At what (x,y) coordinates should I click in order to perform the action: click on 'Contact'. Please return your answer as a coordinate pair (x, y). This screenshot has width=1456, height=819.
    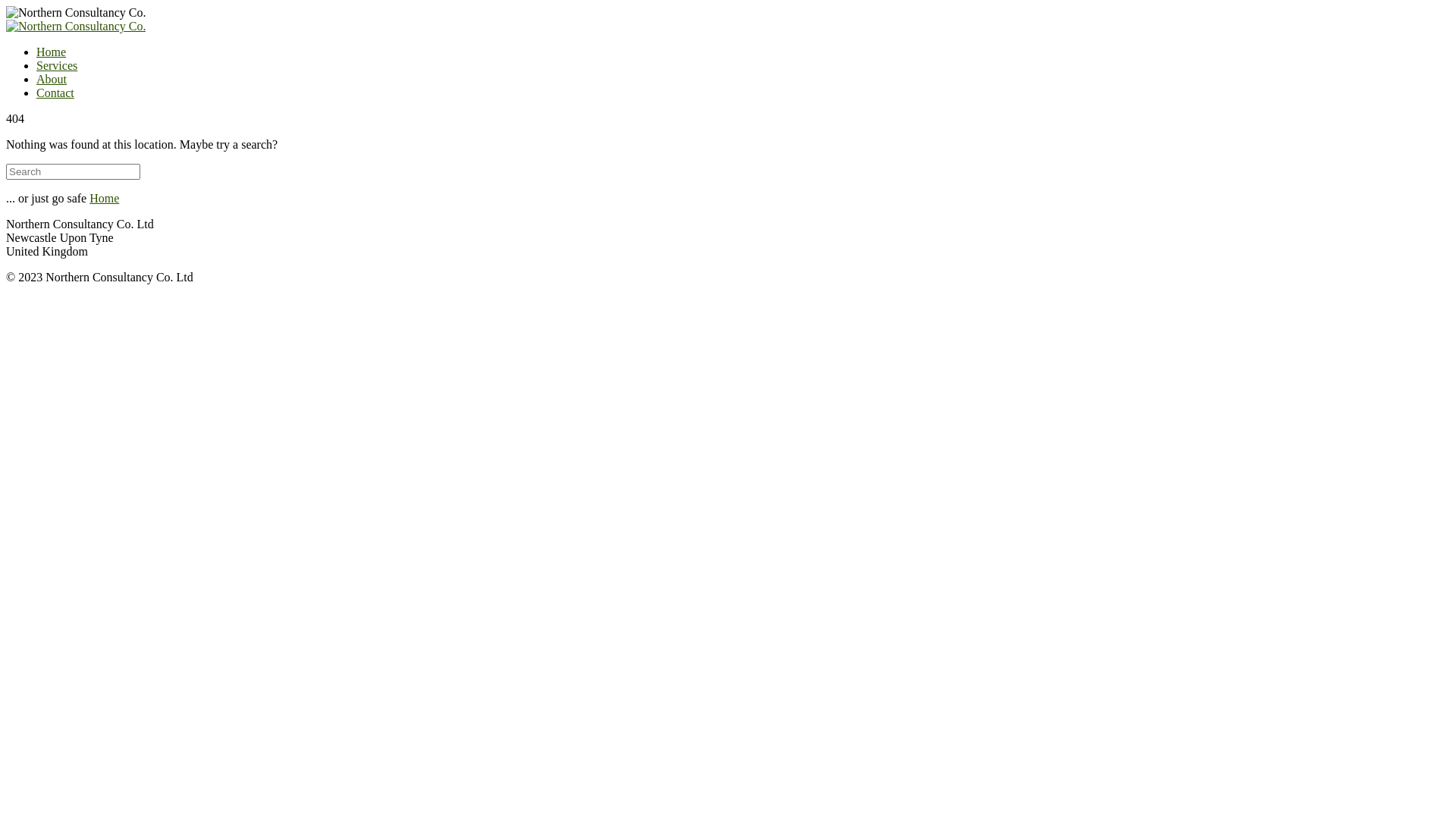
    Looking at the image, I should click on (55, 93).